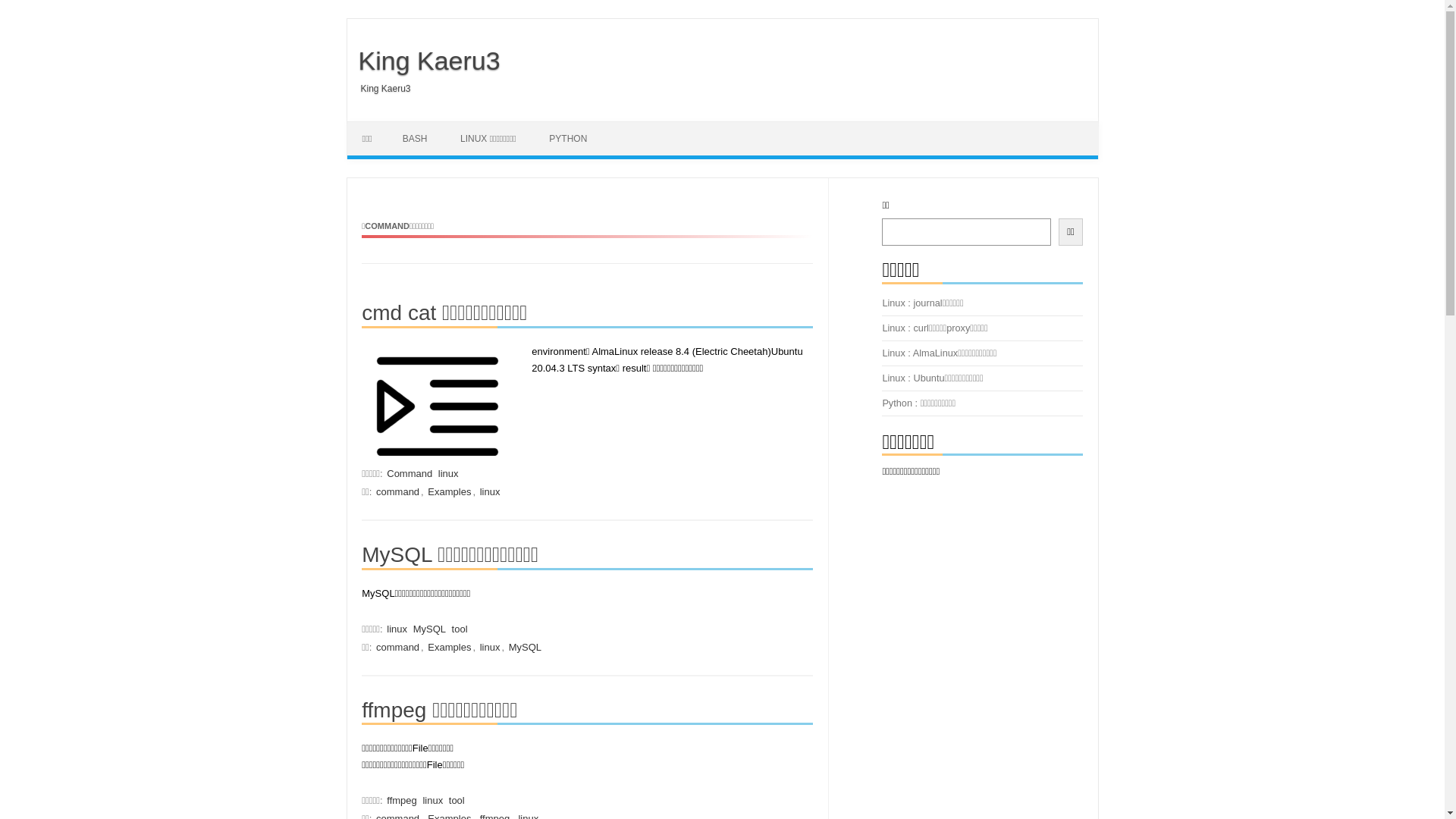  I want to click on 'command', so click(397, 647).